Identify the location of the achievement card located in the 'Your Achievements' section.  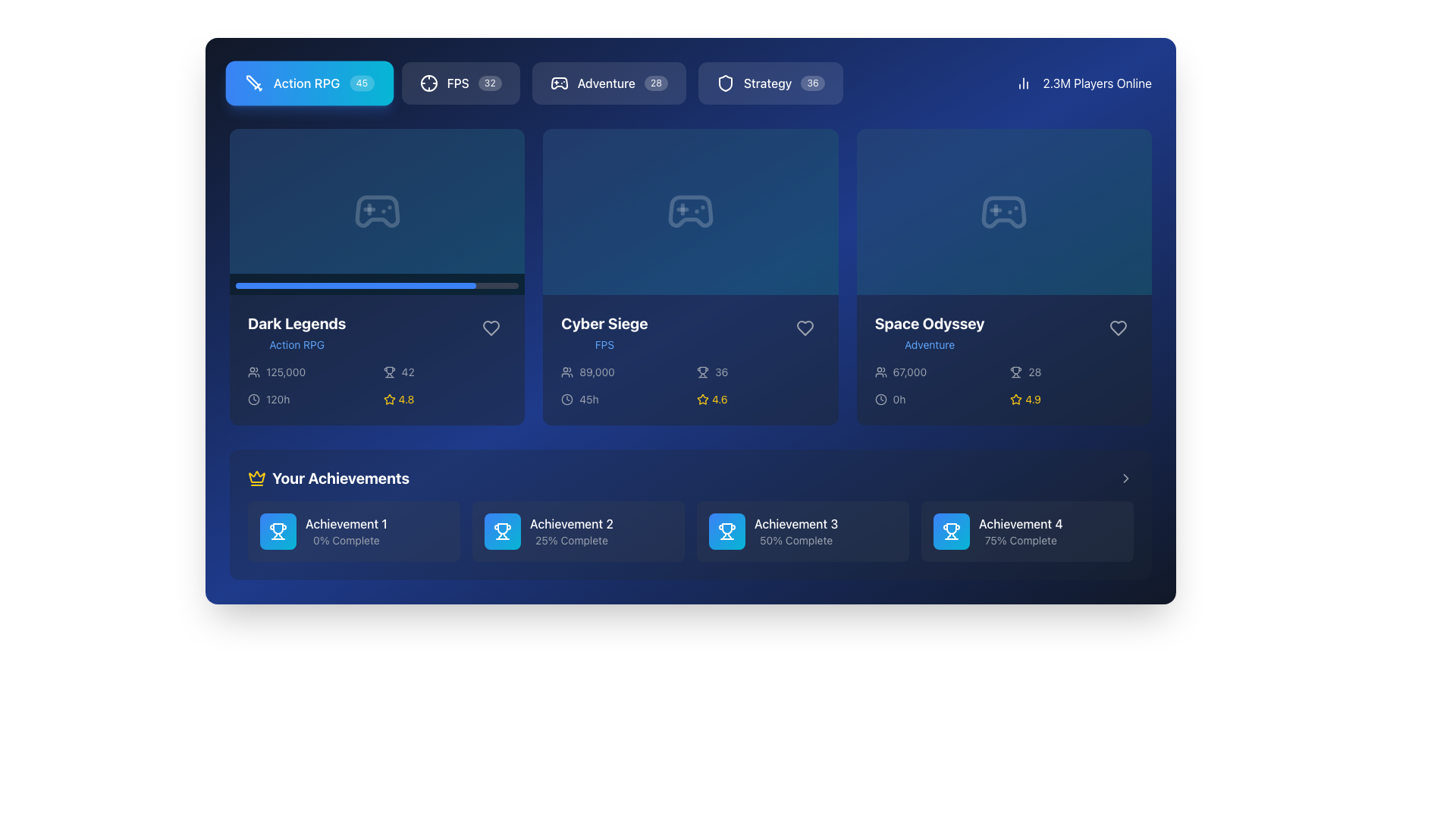
(802, 531).